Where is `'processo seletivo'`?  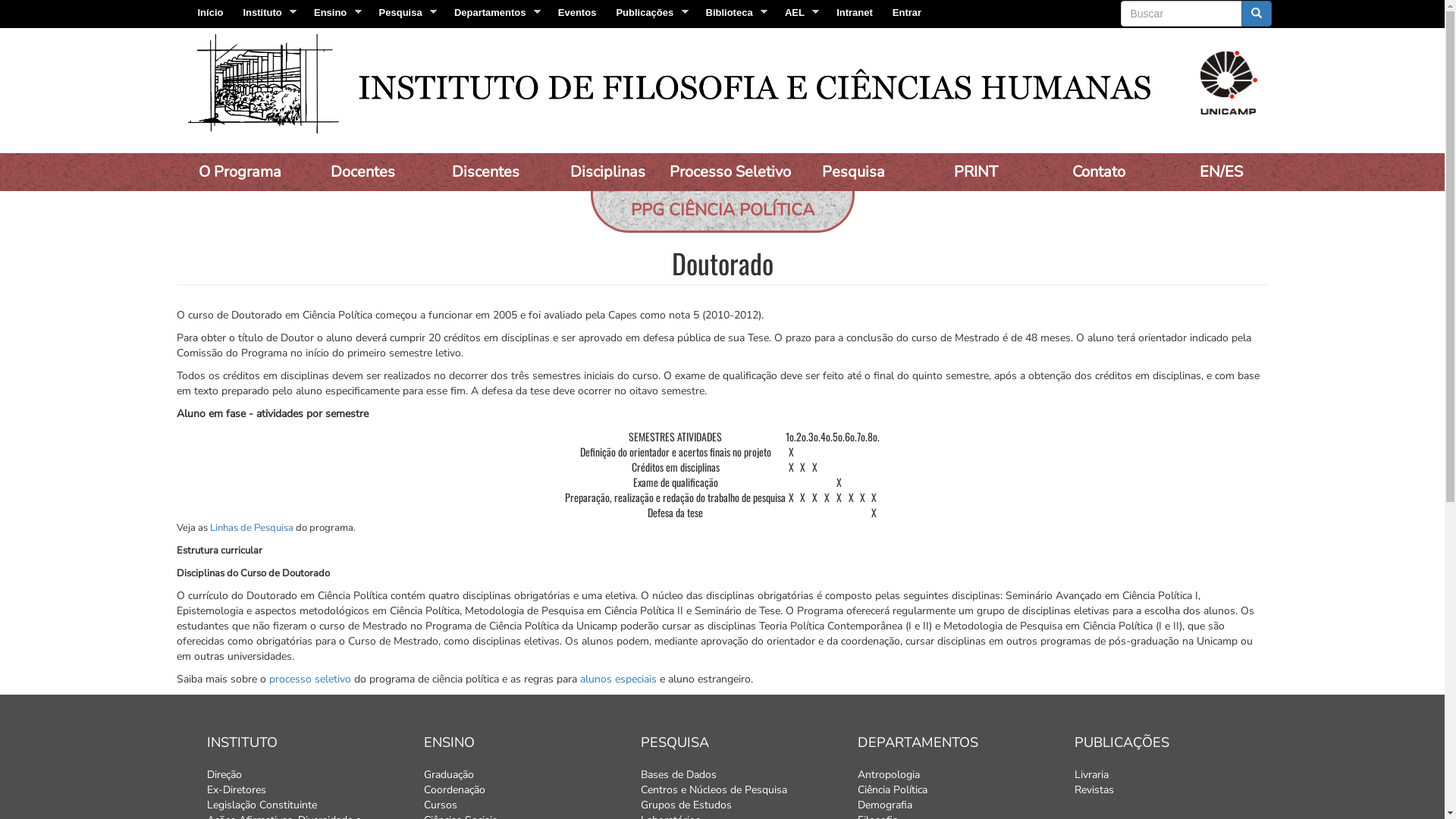 'processo seletivo' is located at coordinates (309, 678).